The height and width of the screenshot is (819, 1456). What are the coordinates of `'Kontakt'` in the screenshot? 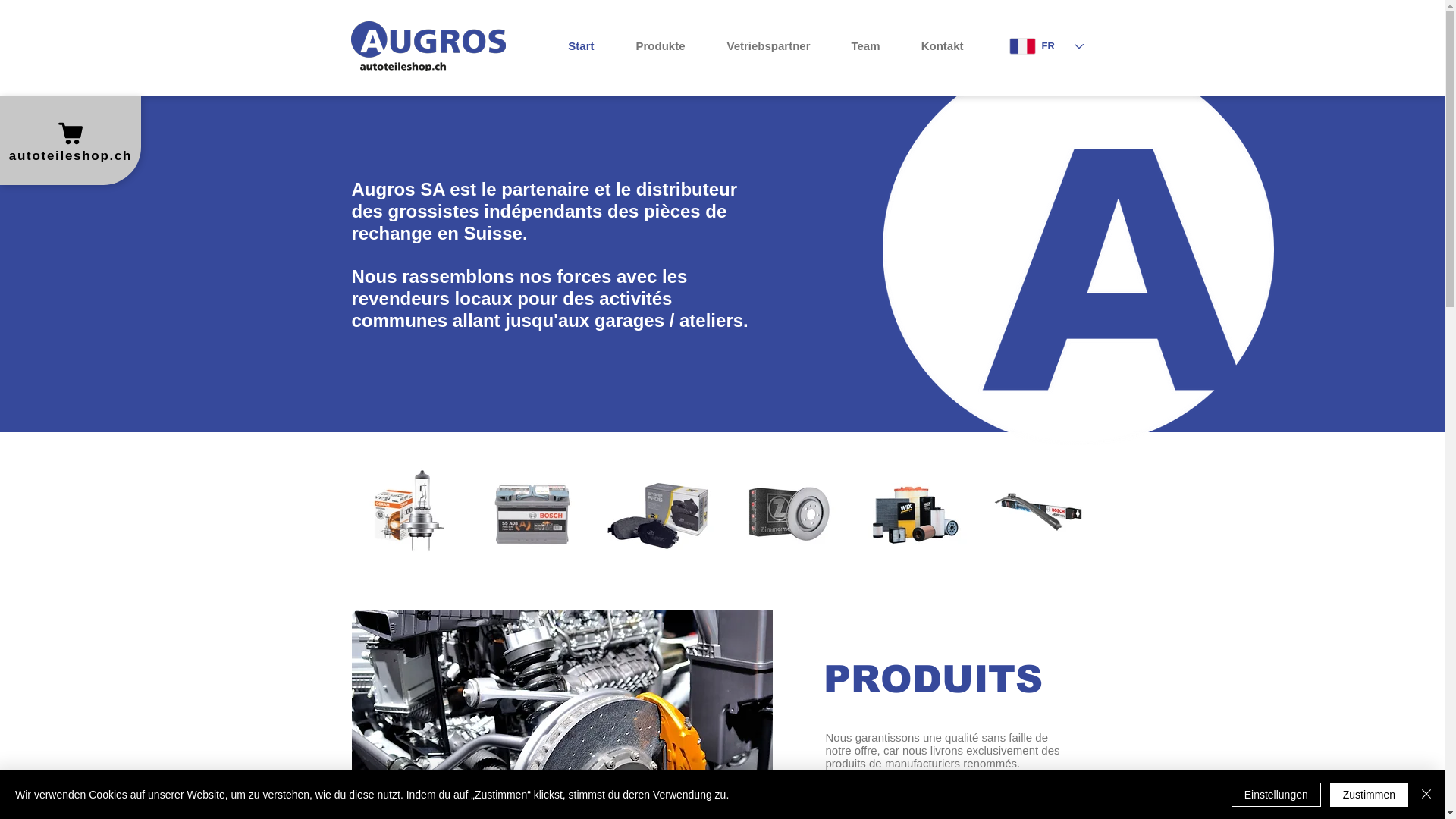 It's located at (932, 45).